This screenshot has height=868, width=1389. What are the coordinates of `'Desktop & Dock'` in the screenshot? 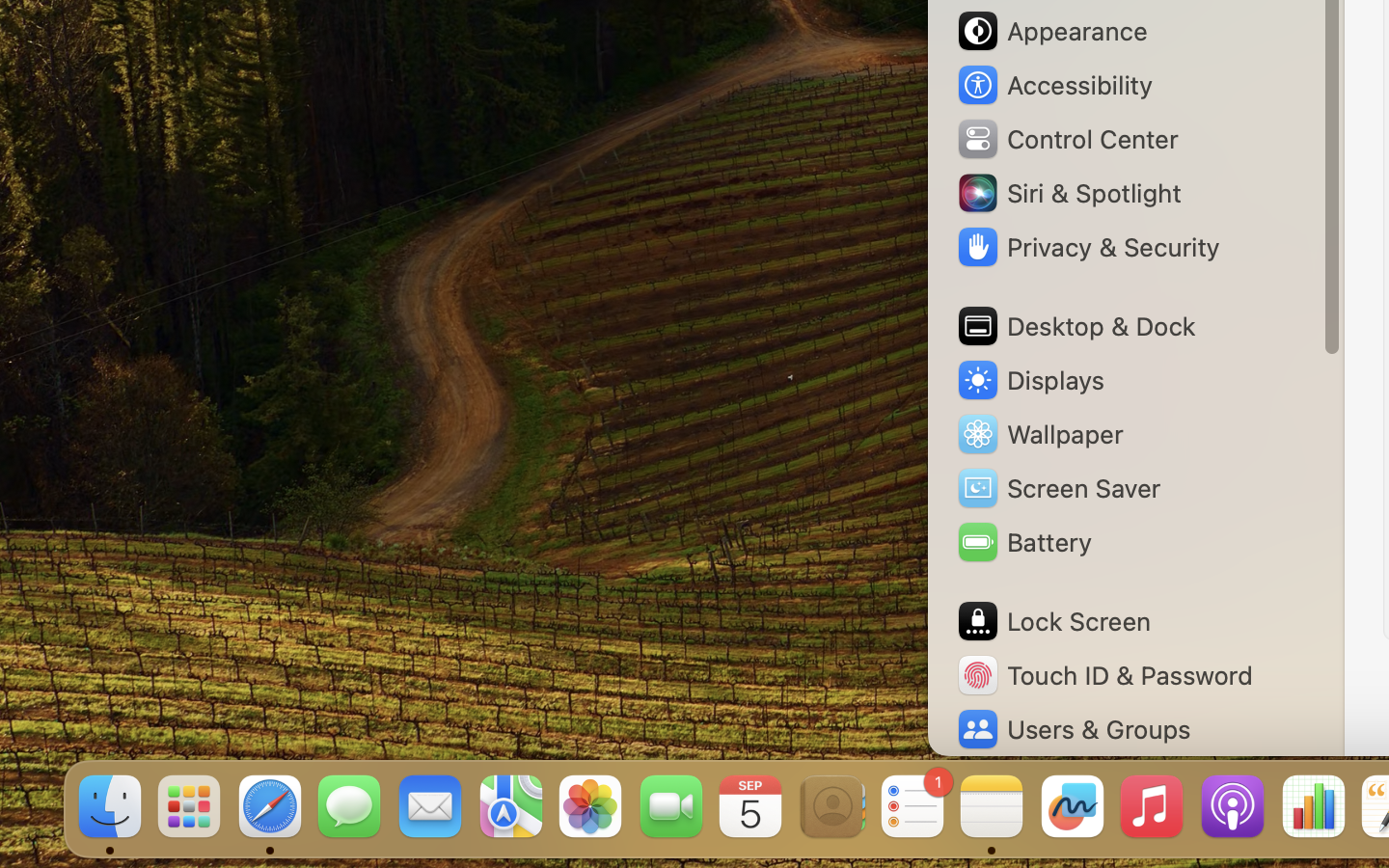 It's located at (1074, 326).